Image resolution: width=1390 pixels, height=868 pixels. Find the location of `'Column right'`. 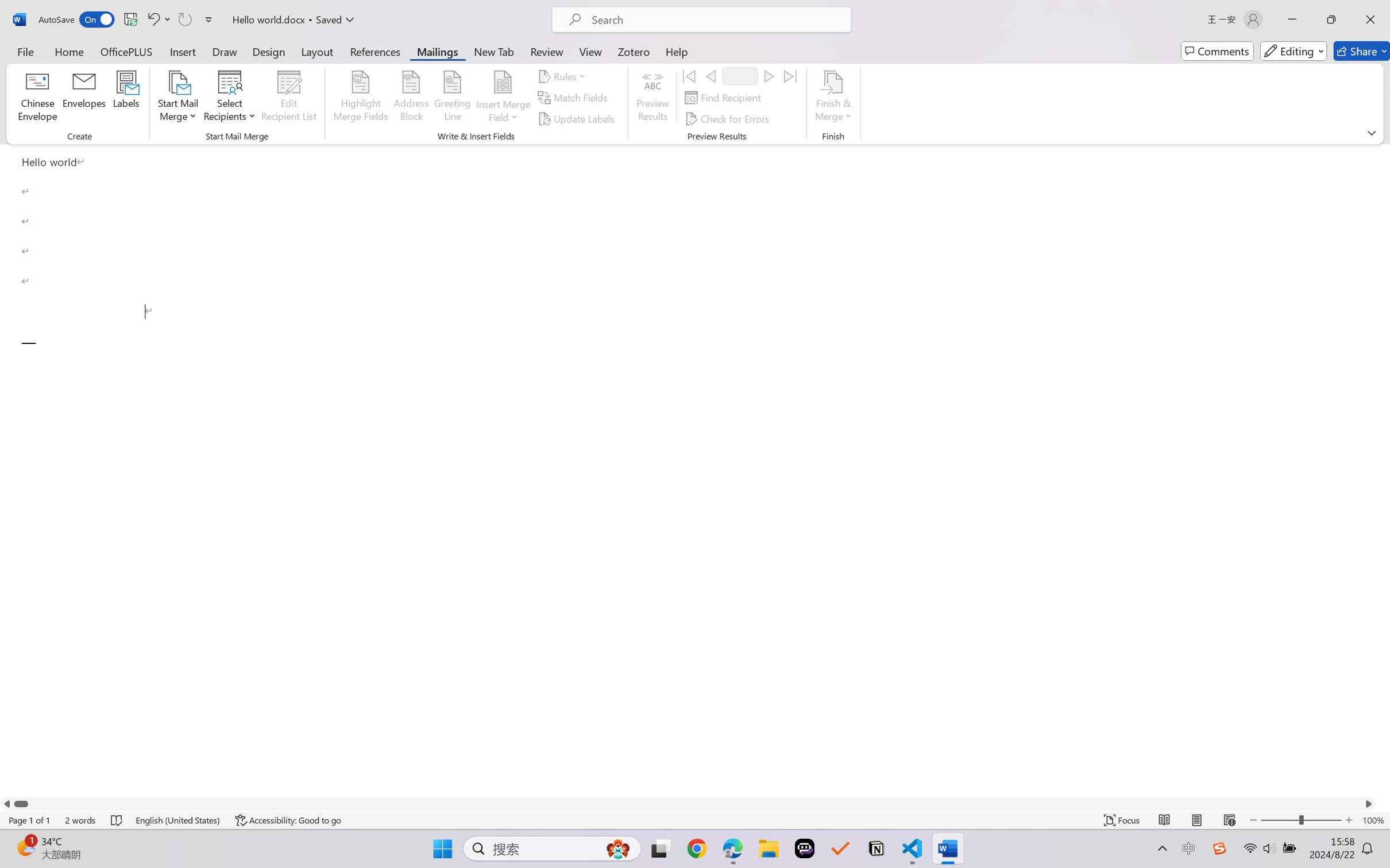

'Column right' is located at coordinates (1369, 803).